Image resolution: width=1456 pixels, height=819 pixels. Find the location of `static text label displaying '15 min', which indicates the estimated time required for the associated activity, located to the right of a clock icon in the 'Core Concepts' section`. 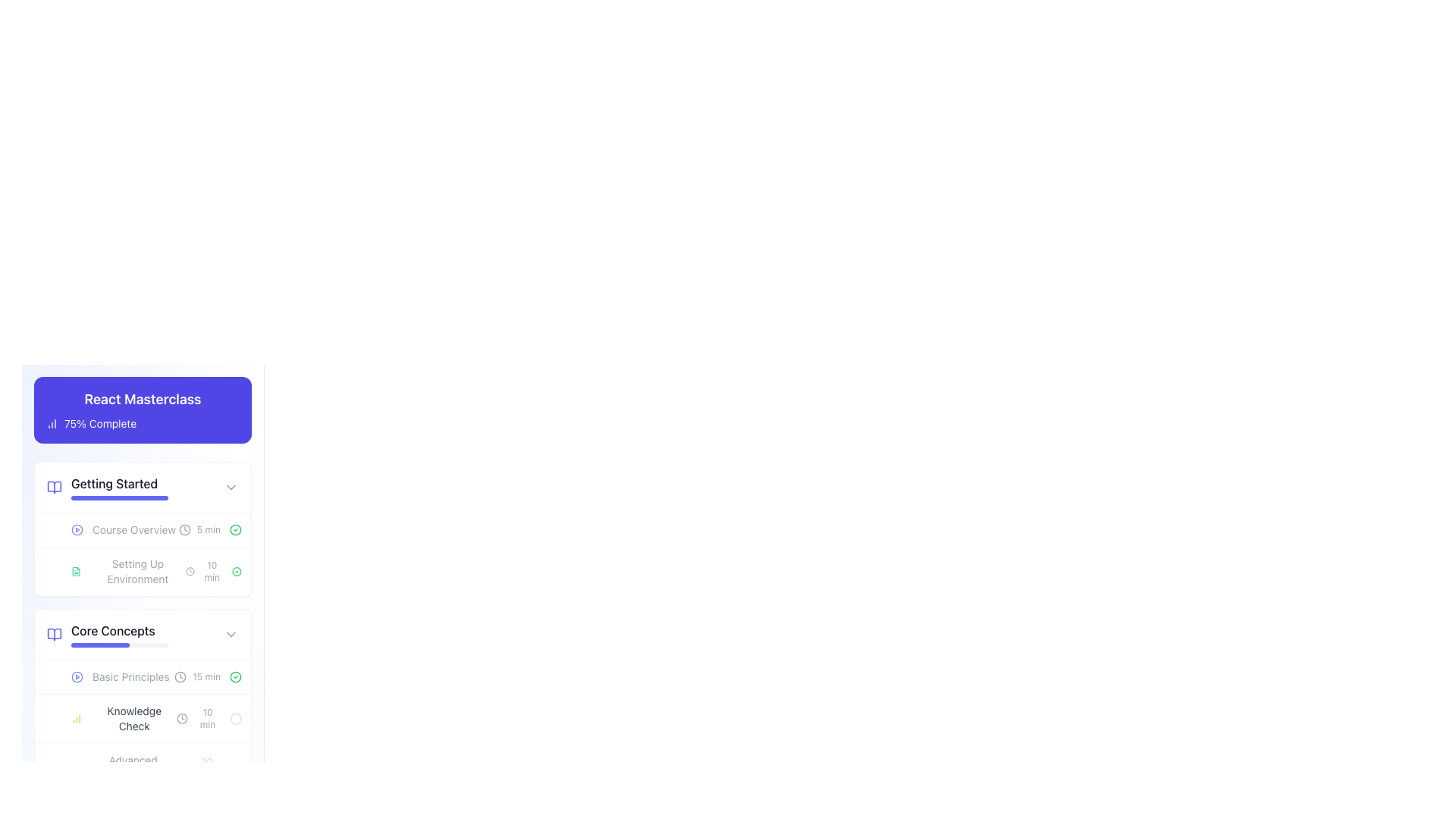

static text label displaying '15 min', which indicates the estimated time required for the associated activity, located to the right of a clock icon in the 'Core Concepts' section is located at coordinates (206, 676).